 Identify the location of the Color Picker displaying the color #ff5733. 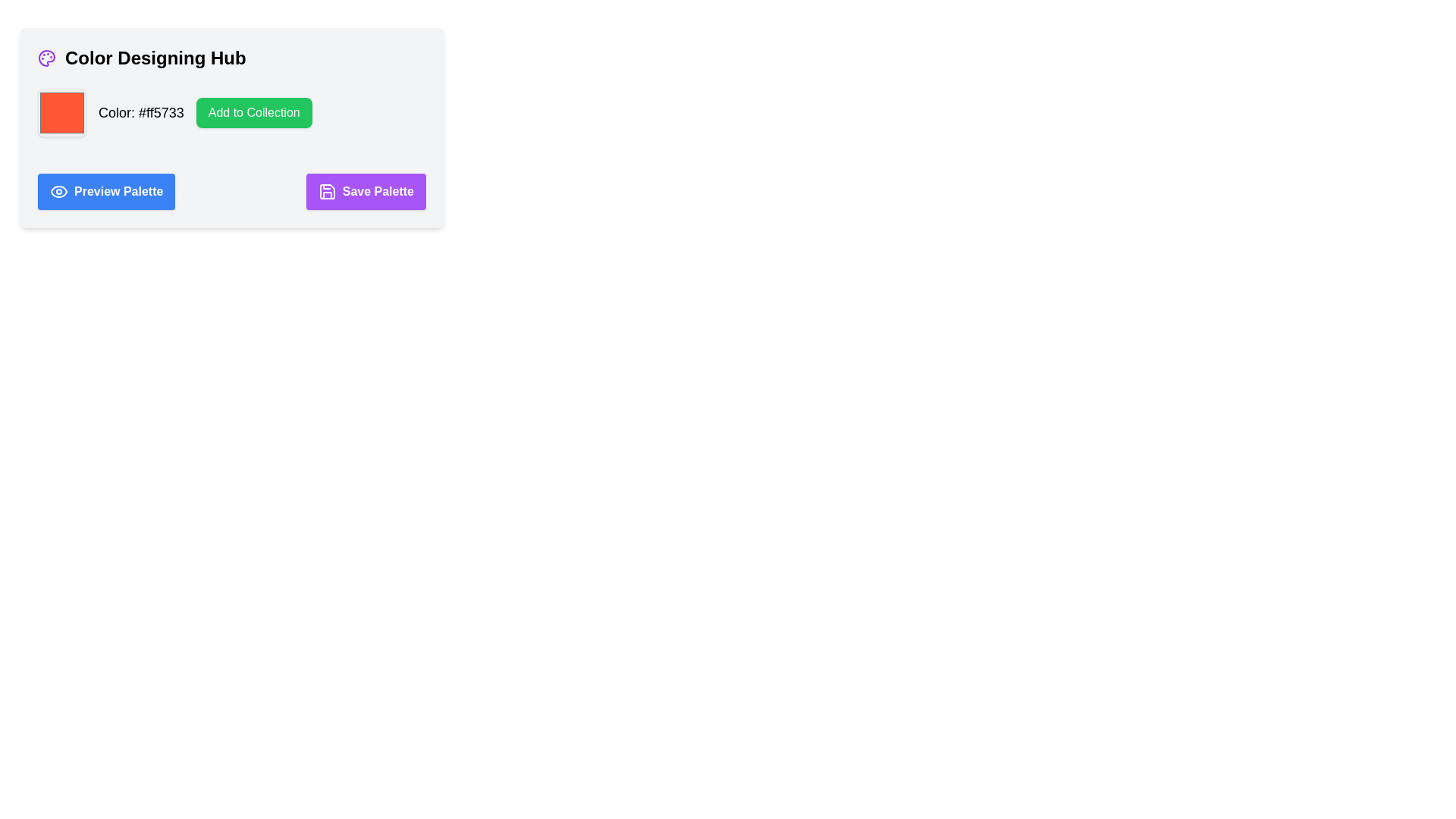
(61, 112).